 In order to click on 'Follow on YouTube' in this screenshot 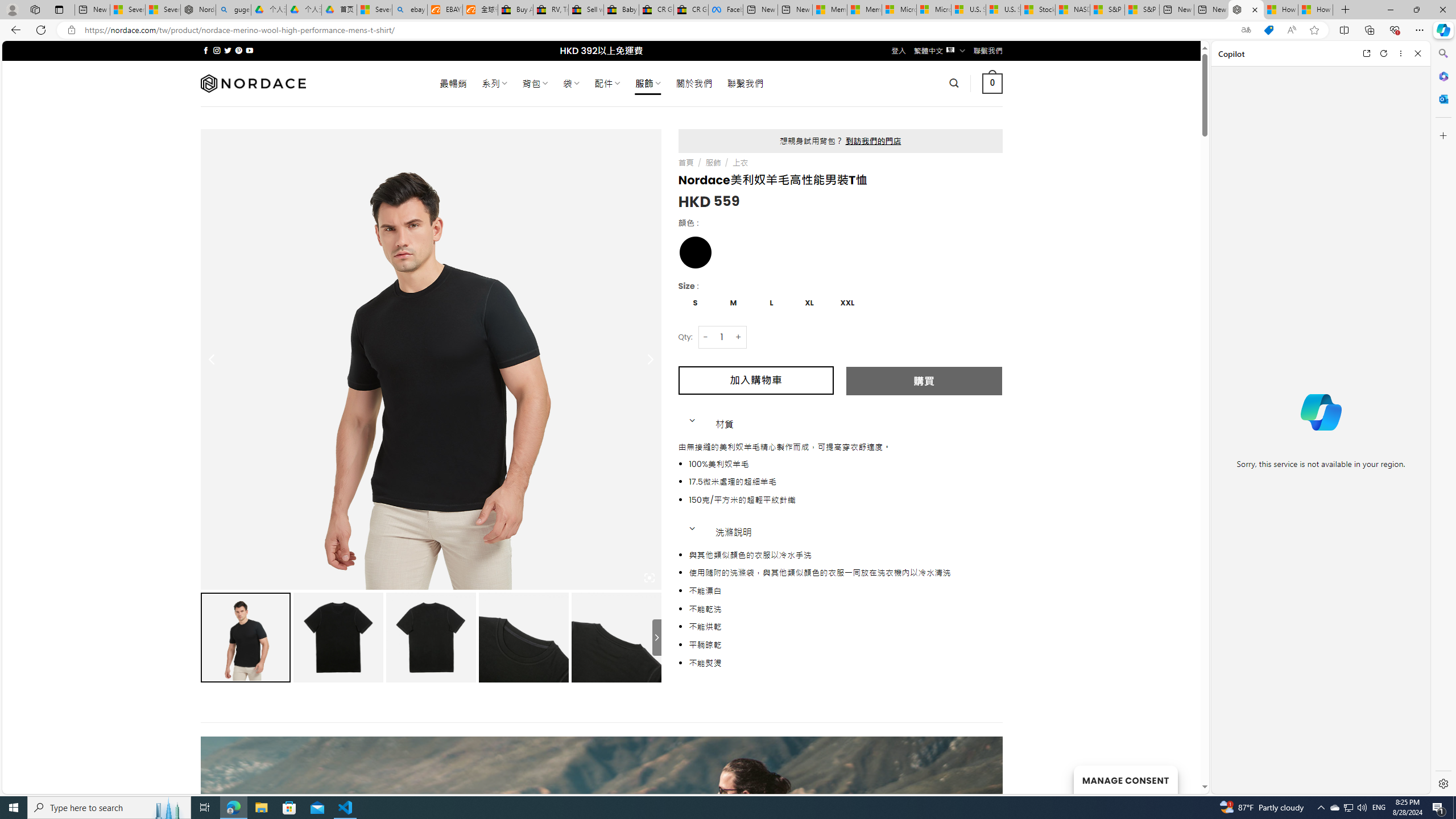, I will do `click(250, 50)`.